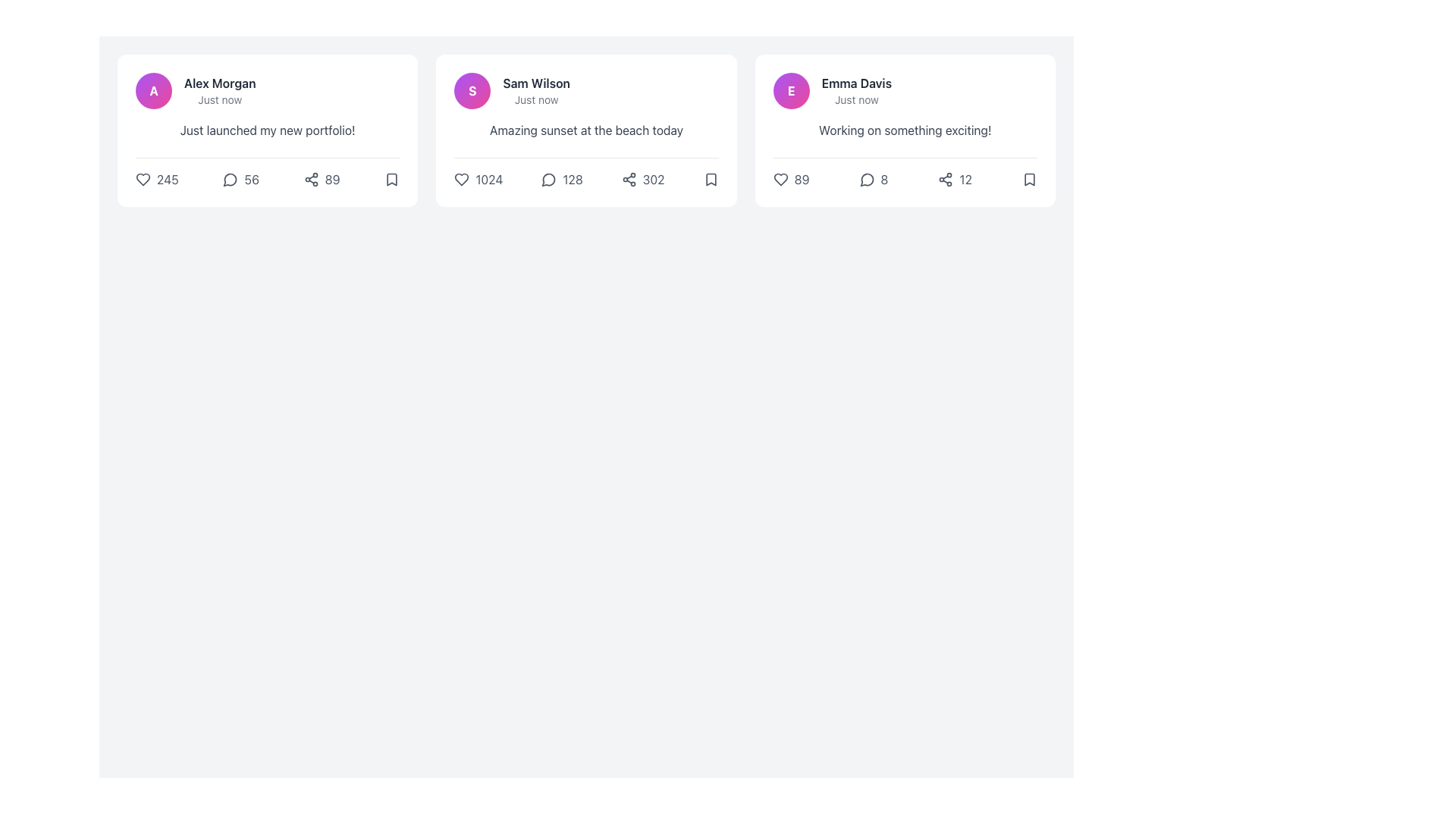  I want to click on the like button located in the horizontal row of interactive items at the bottom of the card, which includes icons for likes, comments, and shares, so click(905, 172).